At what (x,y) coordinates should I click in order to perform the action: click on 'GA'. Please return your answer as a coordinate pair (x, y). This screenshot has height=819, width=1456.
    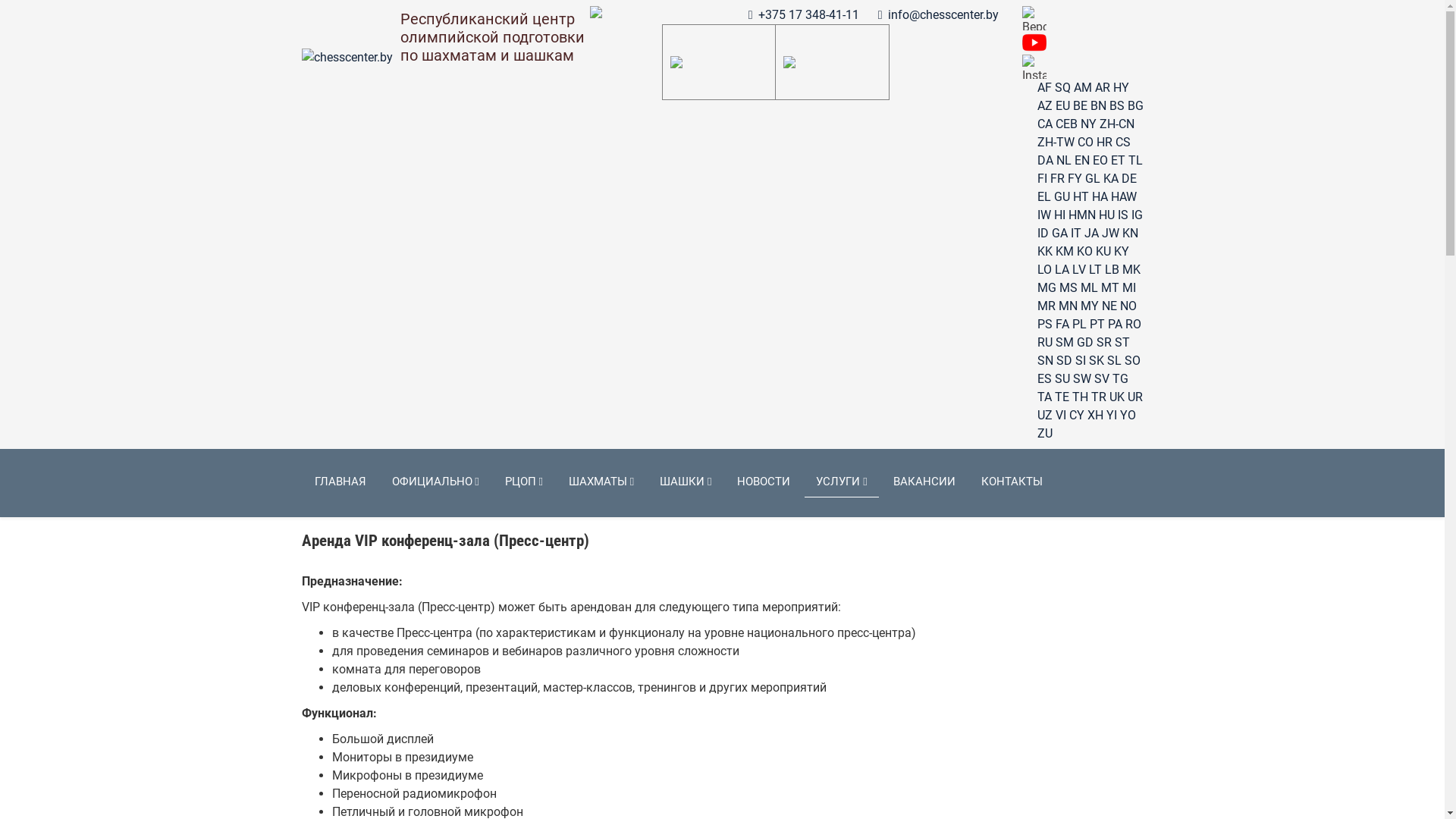
    Looking at the image, I should click on (1058, 233).